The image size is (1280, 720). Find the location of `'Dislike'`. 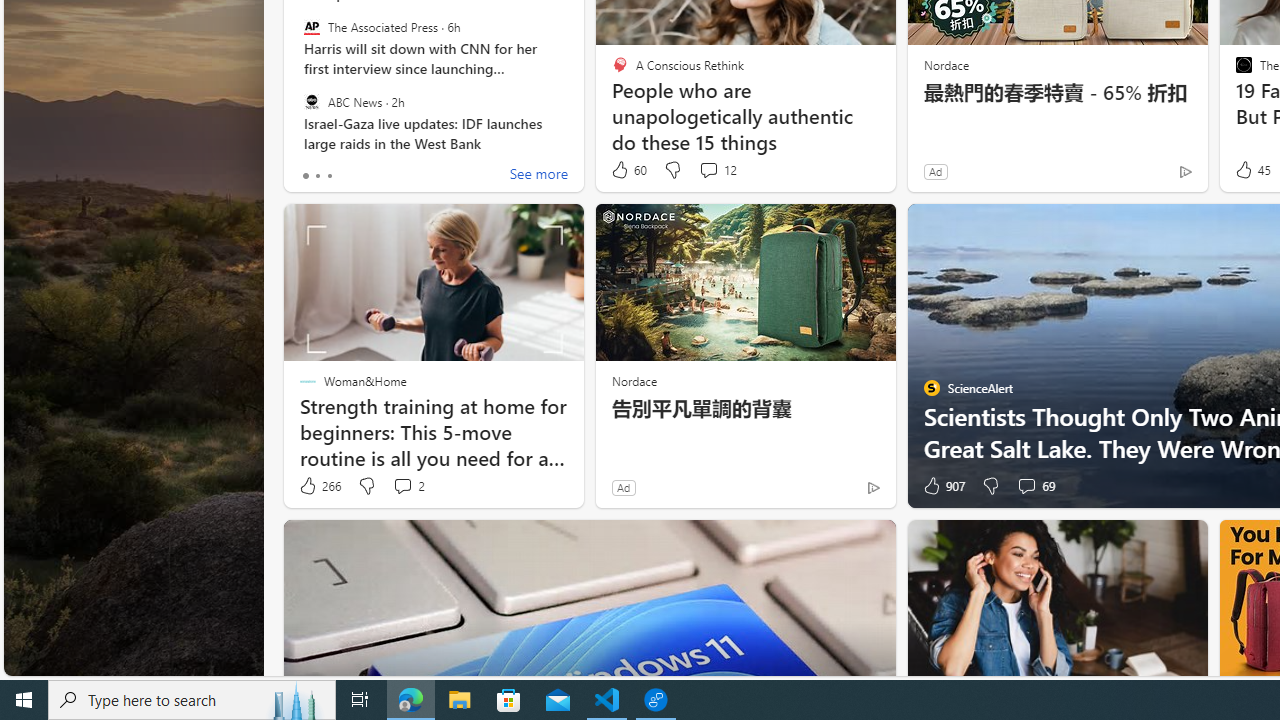

'Dislike' is located at coordinates (990, 486).